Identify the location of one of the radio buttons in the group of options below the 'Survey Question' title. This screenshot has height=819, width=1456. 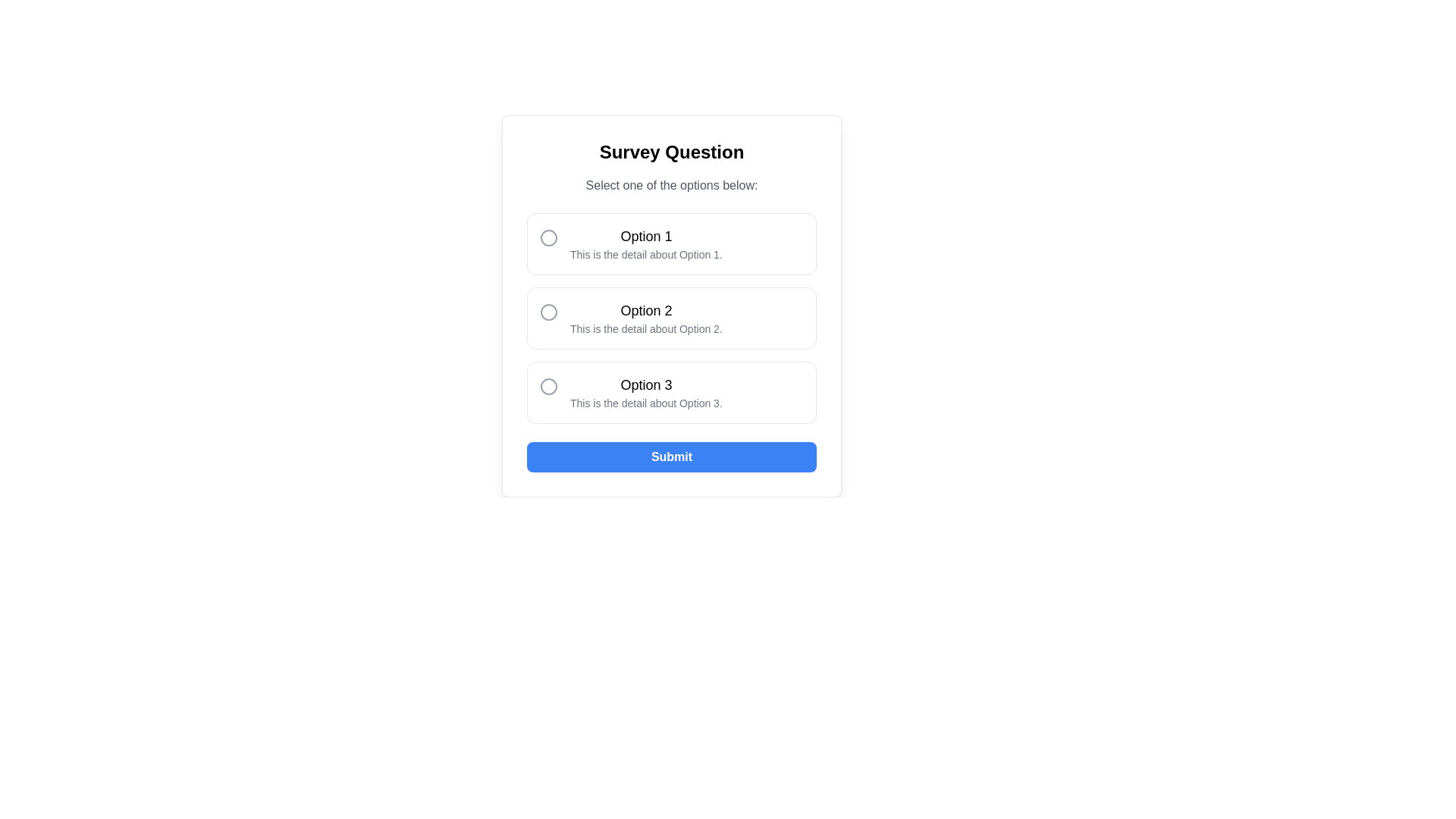
(671, 318).